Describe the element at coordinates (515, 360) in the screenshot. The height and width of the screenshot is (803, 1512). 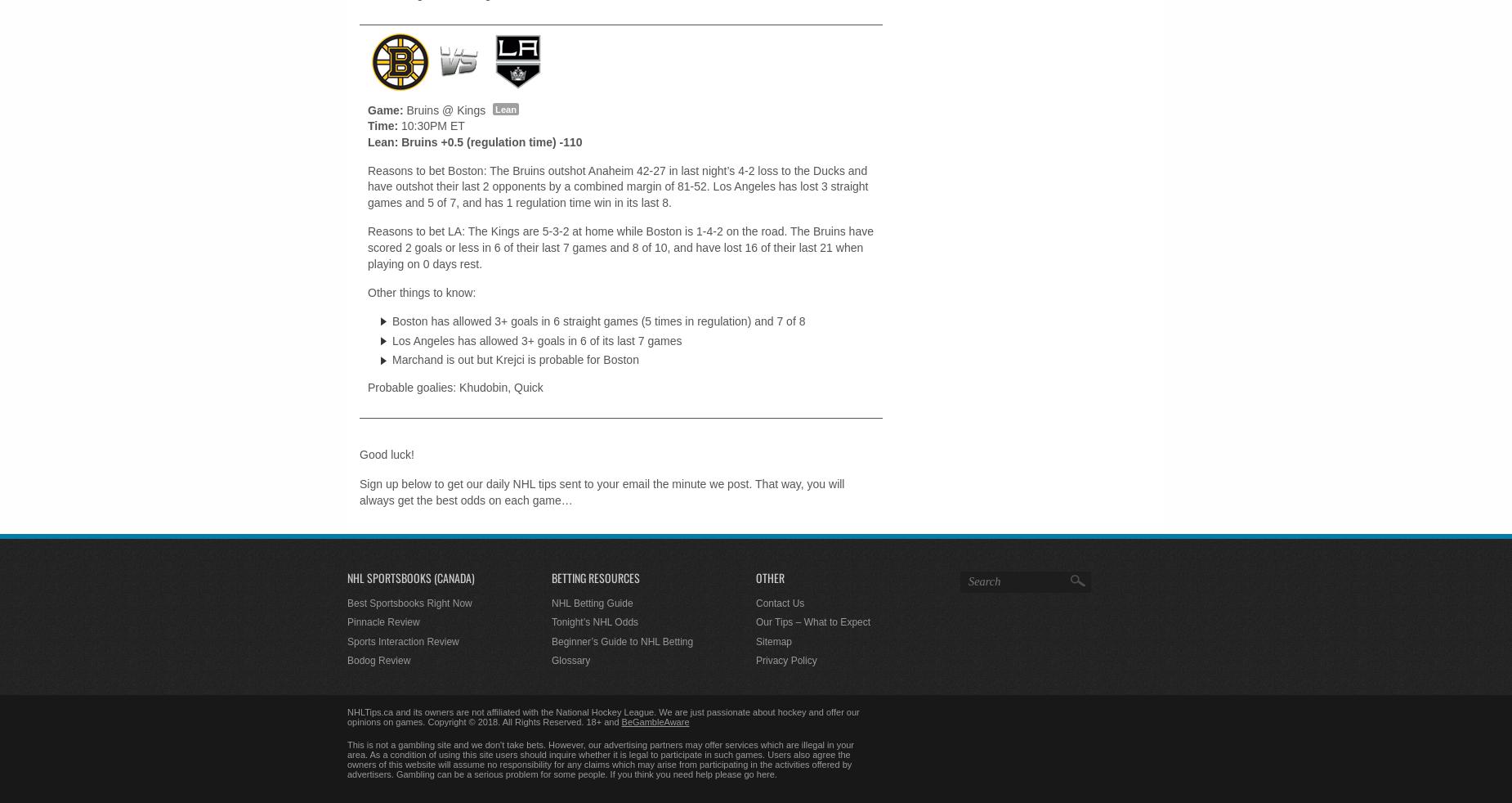
I see `'Marchand is out but Krejci is probable for Boston'` at that location.